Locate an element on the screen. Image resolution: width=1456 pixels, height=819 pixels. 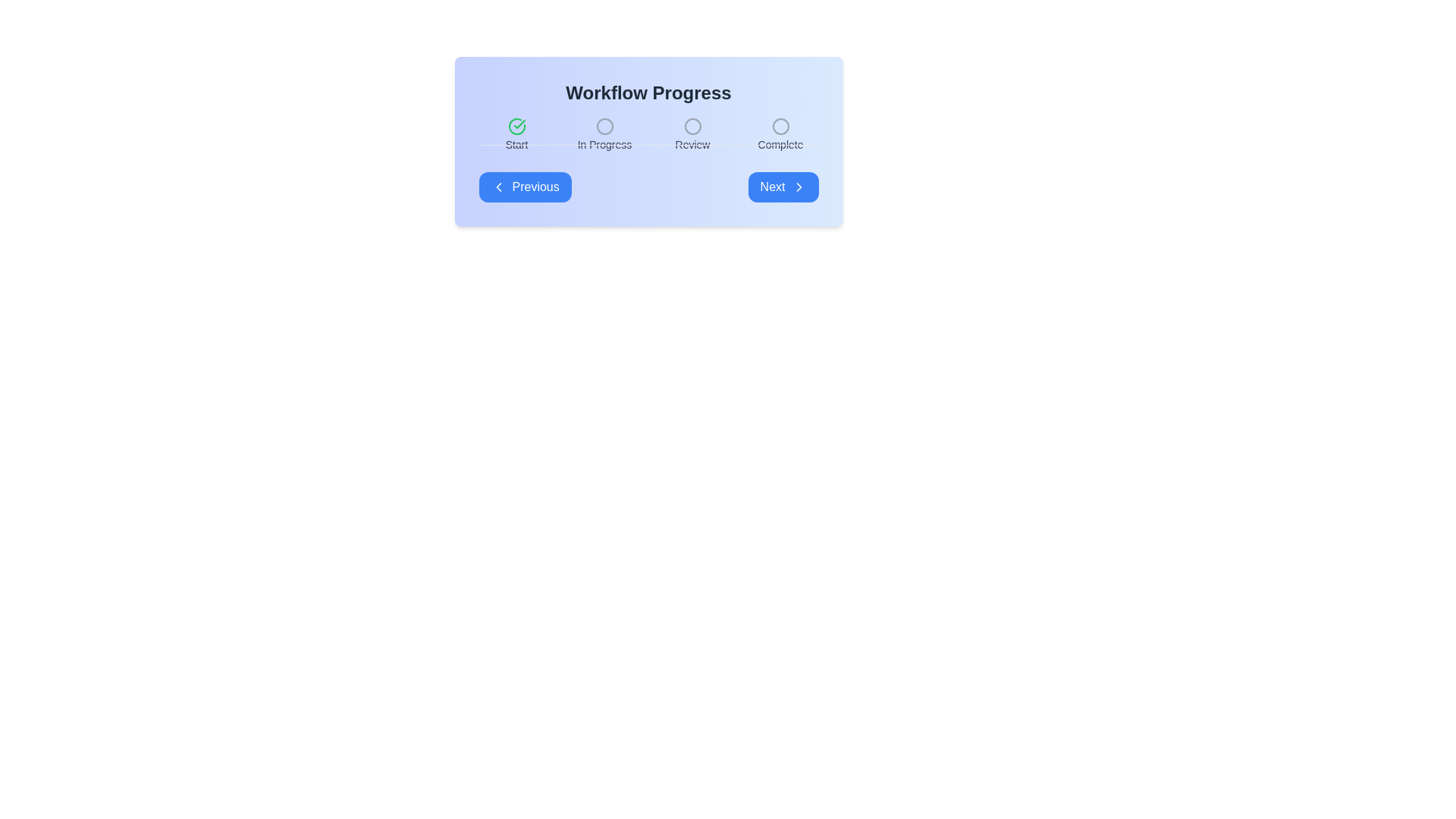
the Workflow Step Indicator labeled 'In Progress', which is a circular icon with a gray border and a label below it, indicating its unselected state is located at coordinates (604, 134).